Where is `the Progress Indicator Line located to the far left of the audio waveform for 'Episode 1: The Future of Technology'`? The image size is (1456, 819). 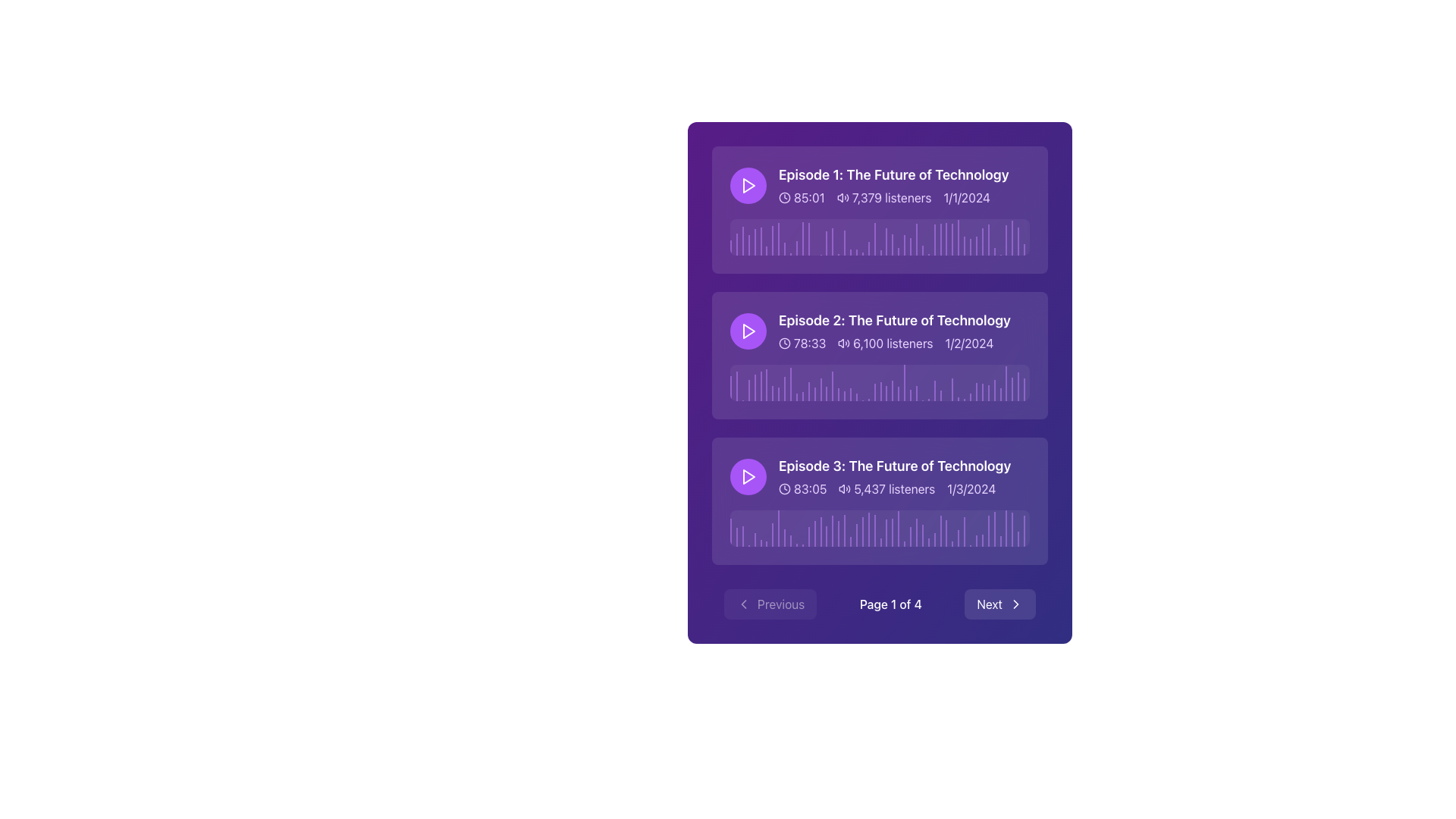
the Progress Indicator Line located to the far left of the audio waveform for 'Episode 1: The Future of Technology' is located at coordinates (731, 247).